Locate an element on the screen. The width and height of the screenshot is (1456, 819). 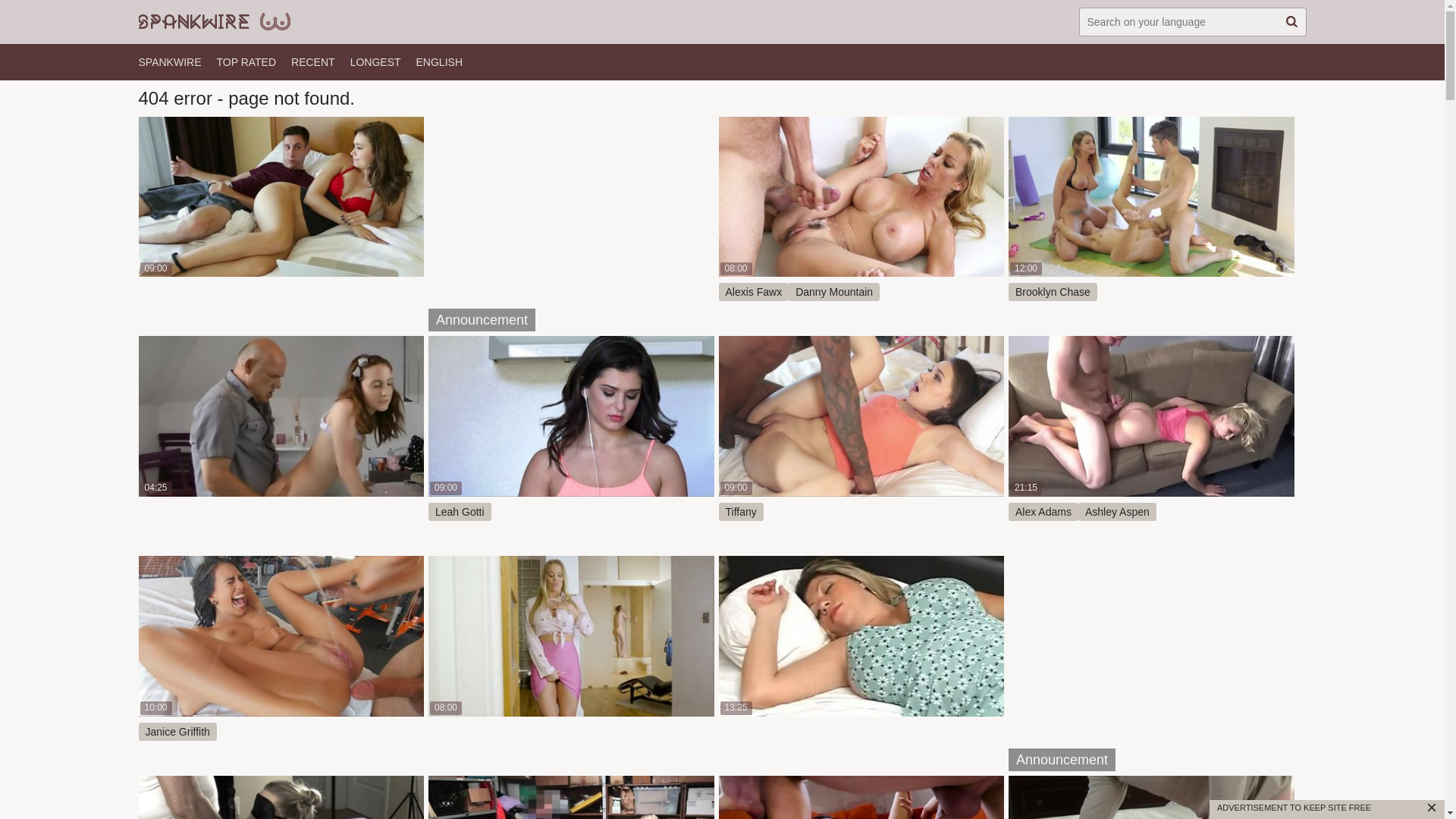
'Leah Gotti' is located at coordinates (459, 512).